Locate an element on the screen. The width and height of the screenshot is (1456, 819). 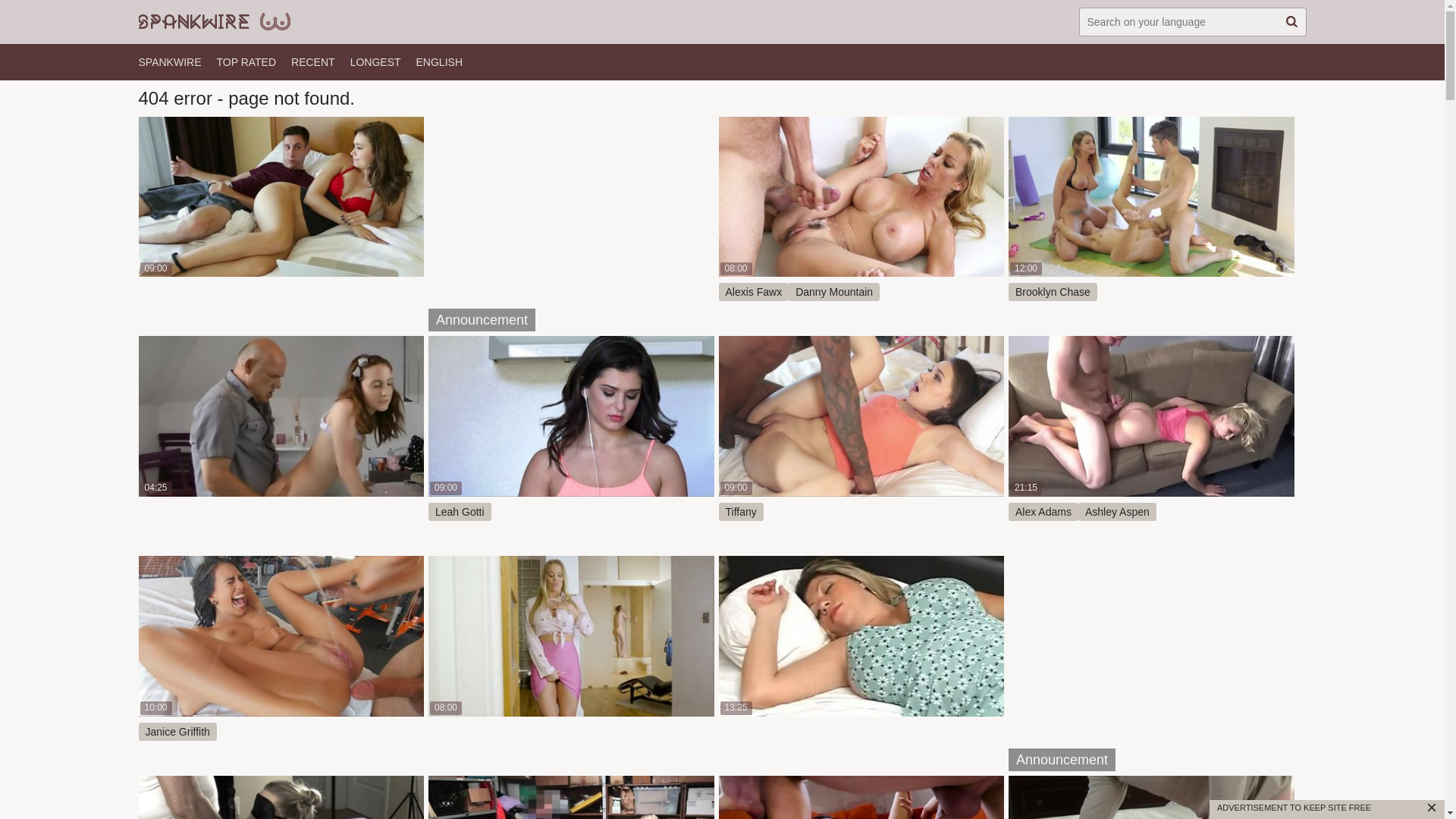
'Leah Gotti' is located at coordinates (459, 512).